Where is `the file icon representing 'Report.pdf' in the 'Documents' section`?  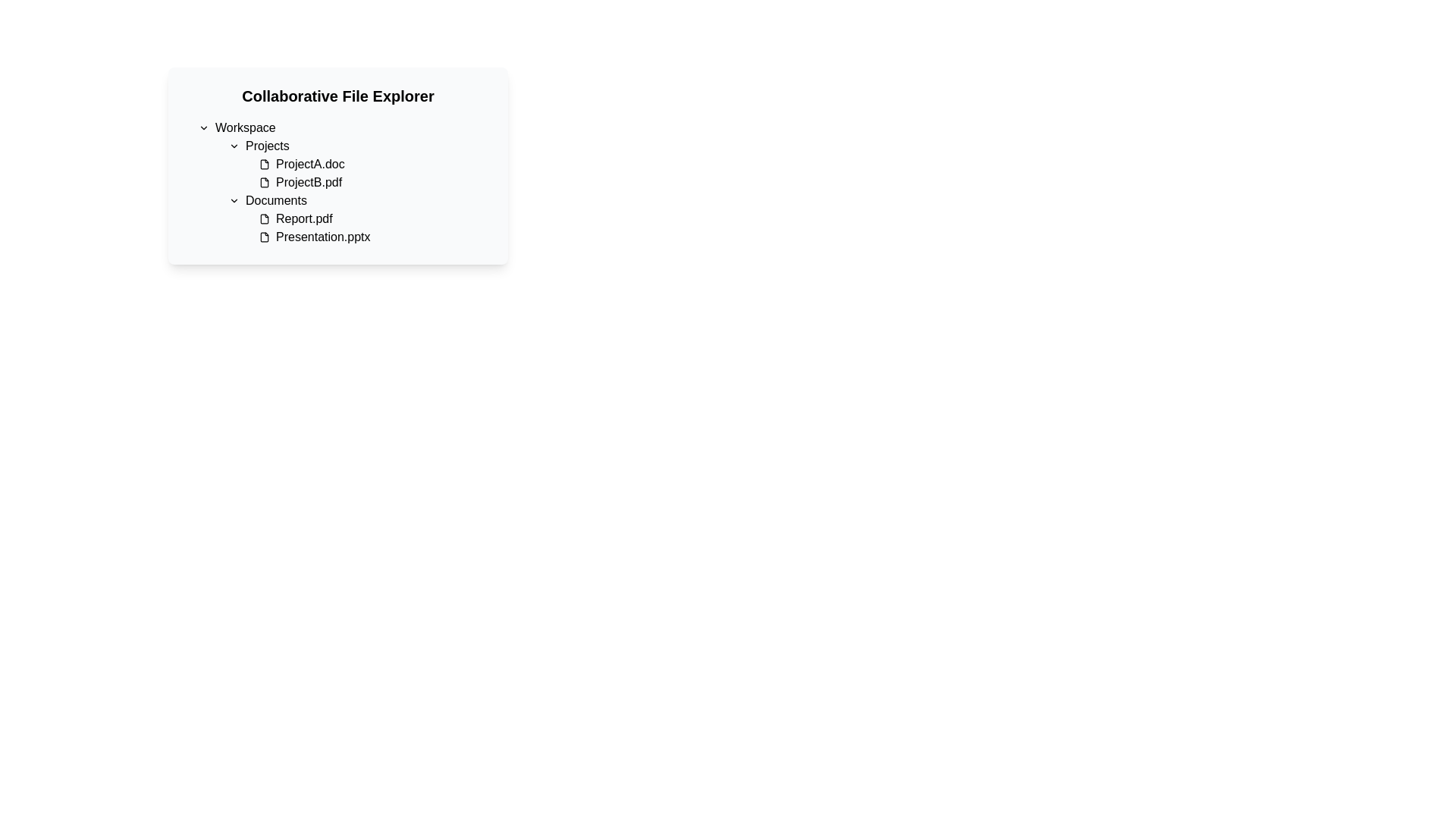 the file icon representing 'Report.pdf' in the 'Documents' section is located at coordinates (265, 219).